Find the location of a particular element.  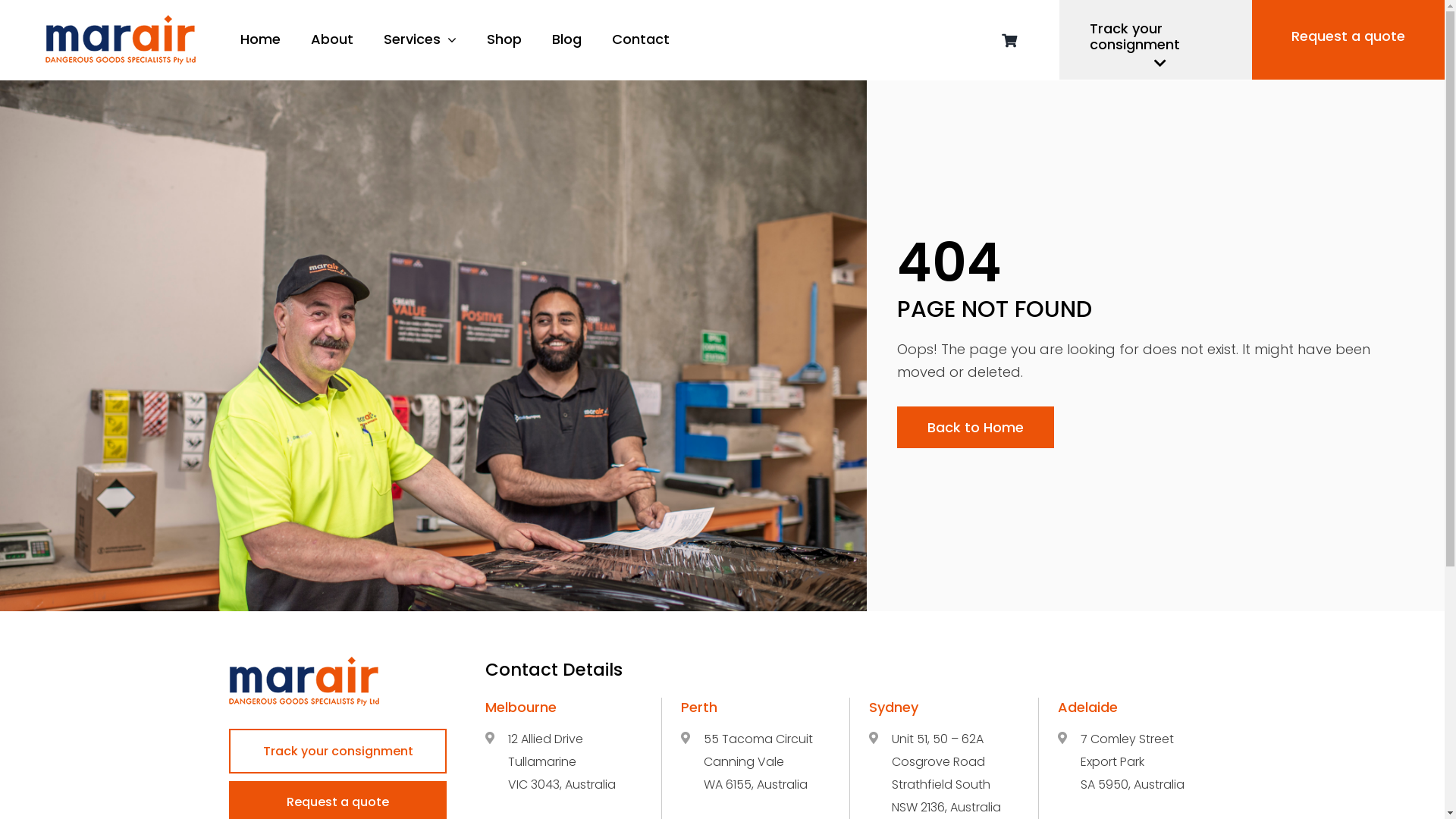

'Track your consignment' is located at coordinates (1154, 39).